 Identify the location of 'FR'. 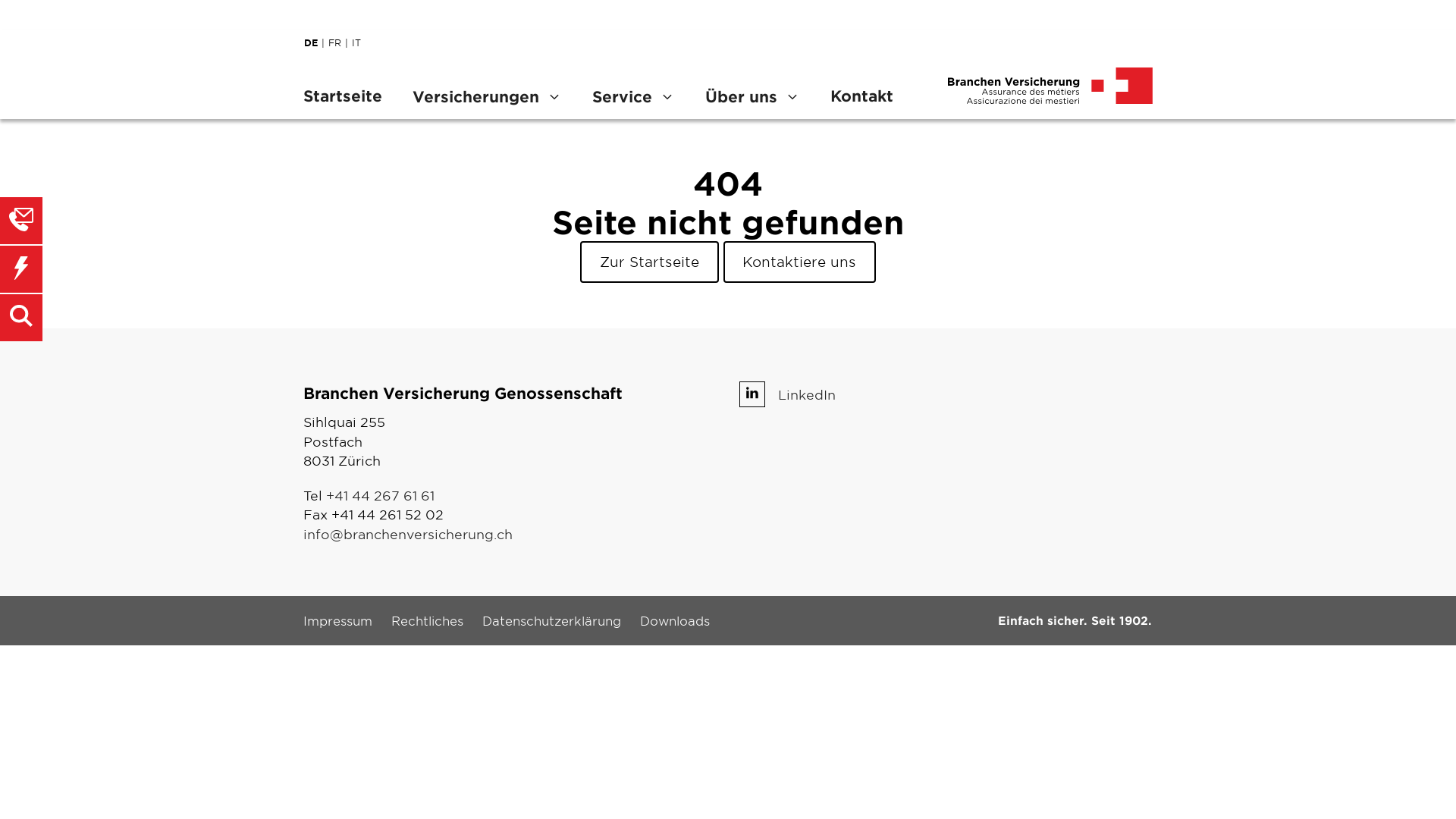
(339, 42).